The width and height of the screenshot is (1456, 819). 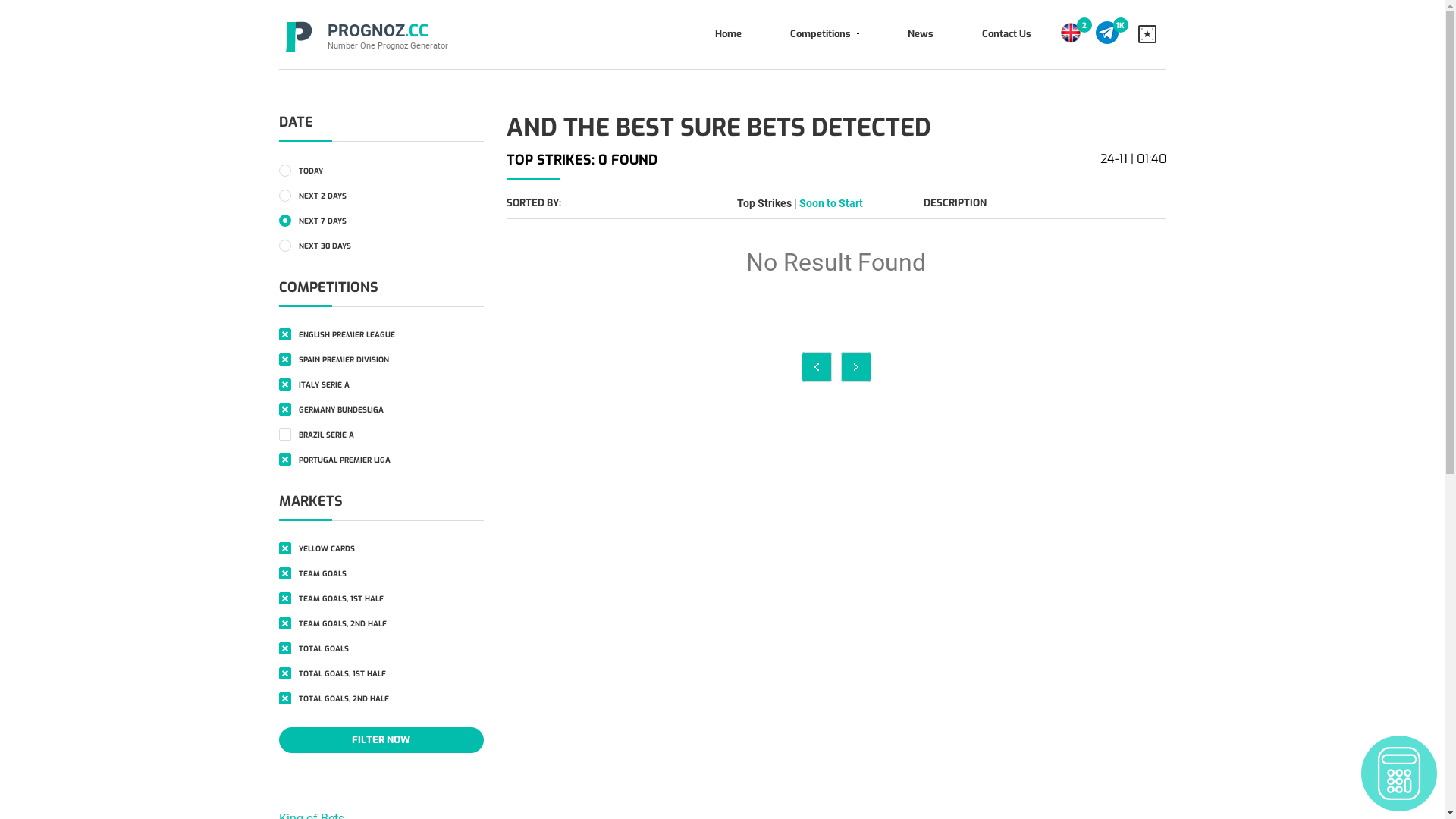 I want to click on 'News', so click(x=882, y=34).